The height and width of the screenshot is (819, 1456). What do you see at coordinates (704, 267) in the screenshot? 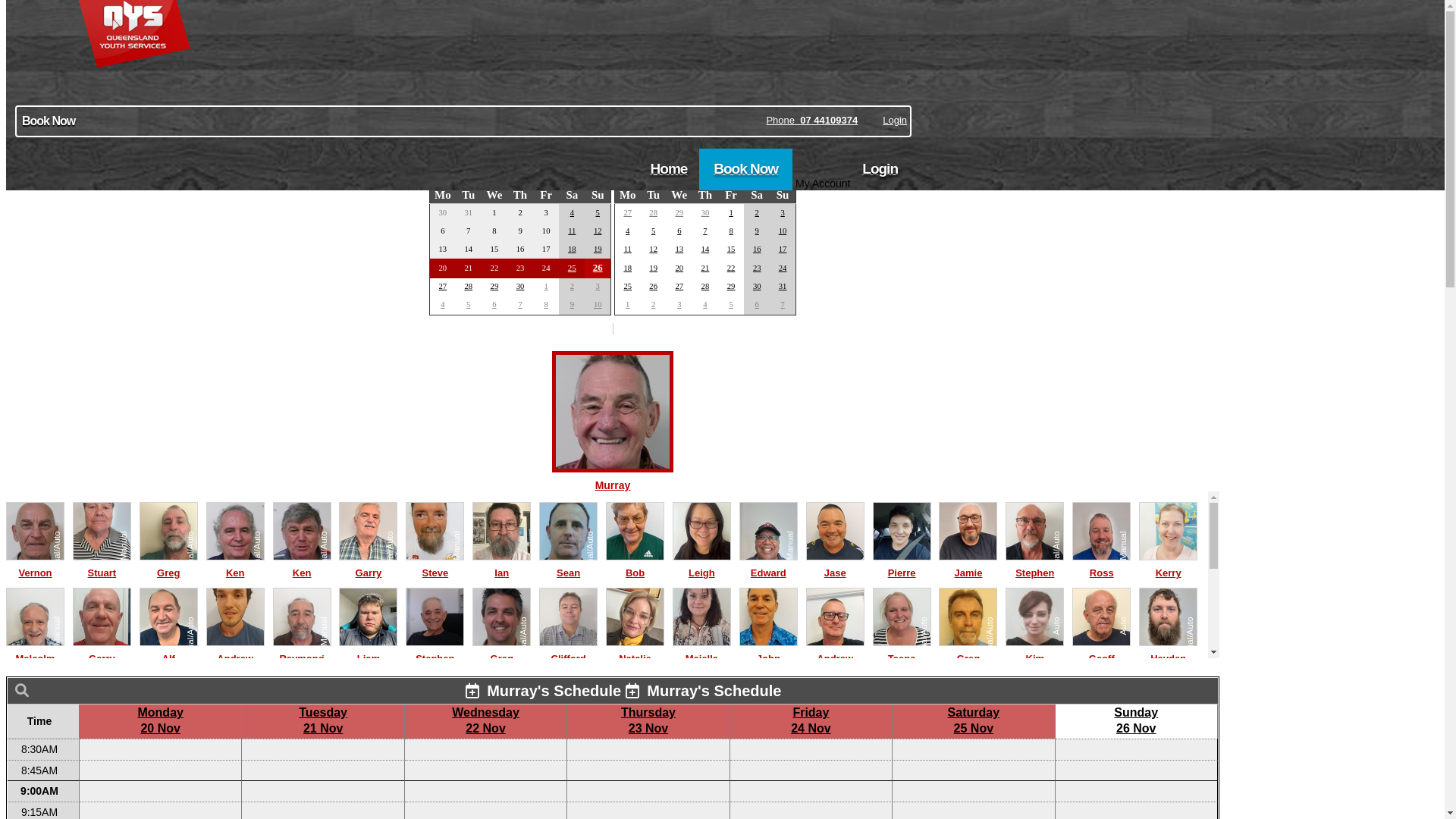
I see `'21'` at bounding box center [704, 267].